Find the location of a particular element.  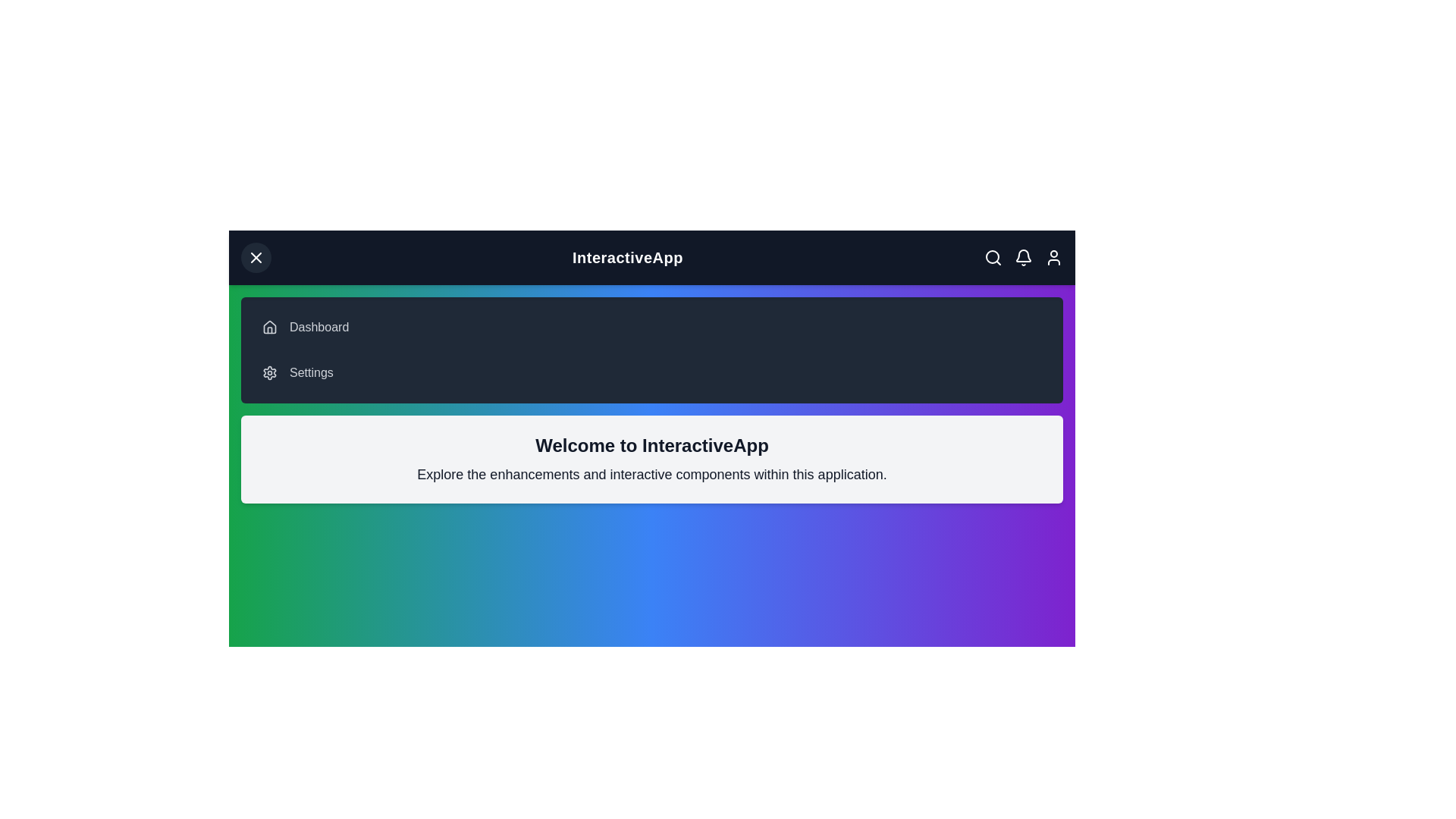

the 'Settings' menu item to navigate to the settings page is located at coordinates (309, 373).